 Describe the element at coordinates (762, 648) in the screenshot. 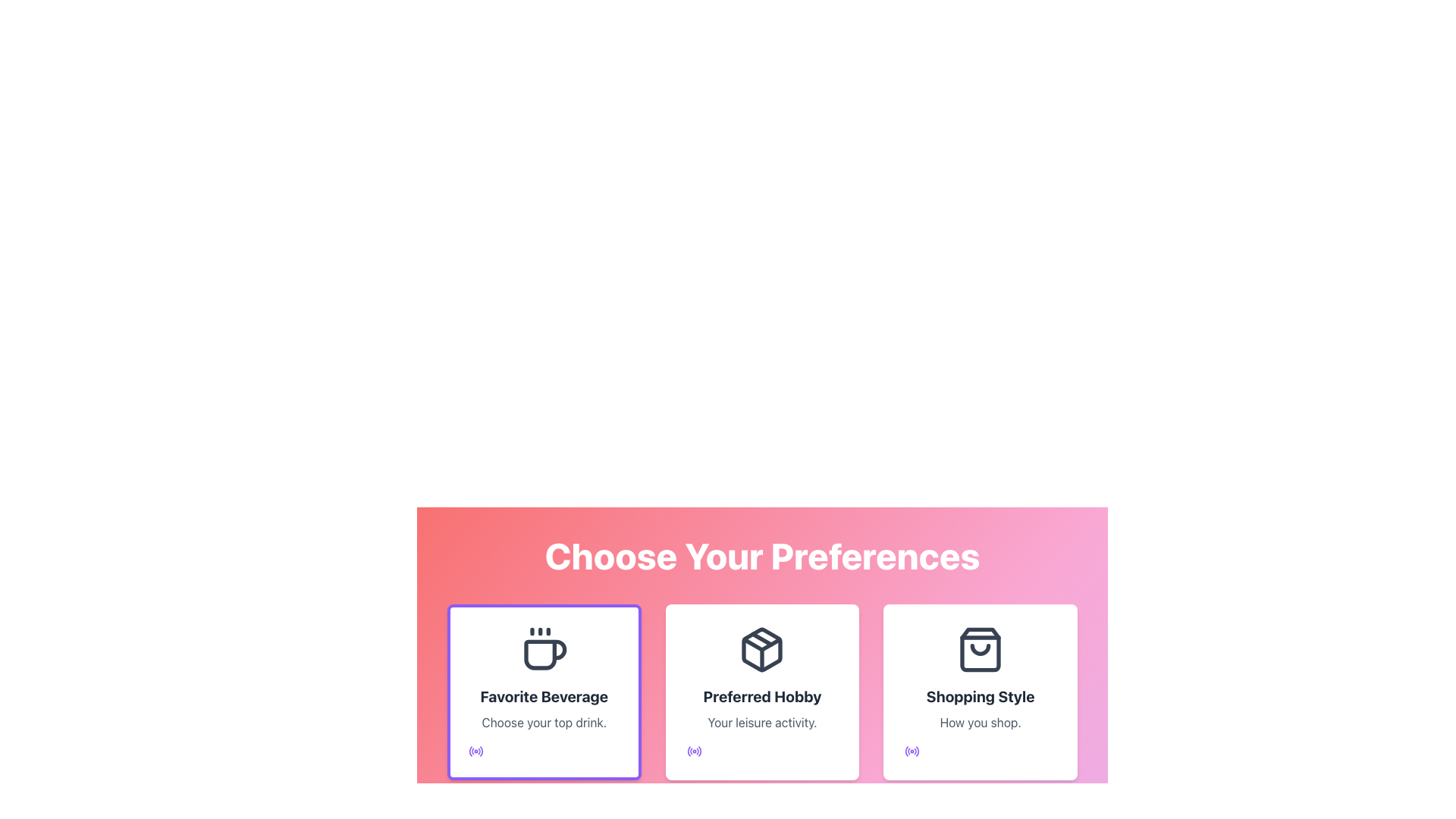

I see `the dark gray geometric 3D box icon positioned between the title 'Preferred Hobby' and the description 'Your leisure activity'` at that location.